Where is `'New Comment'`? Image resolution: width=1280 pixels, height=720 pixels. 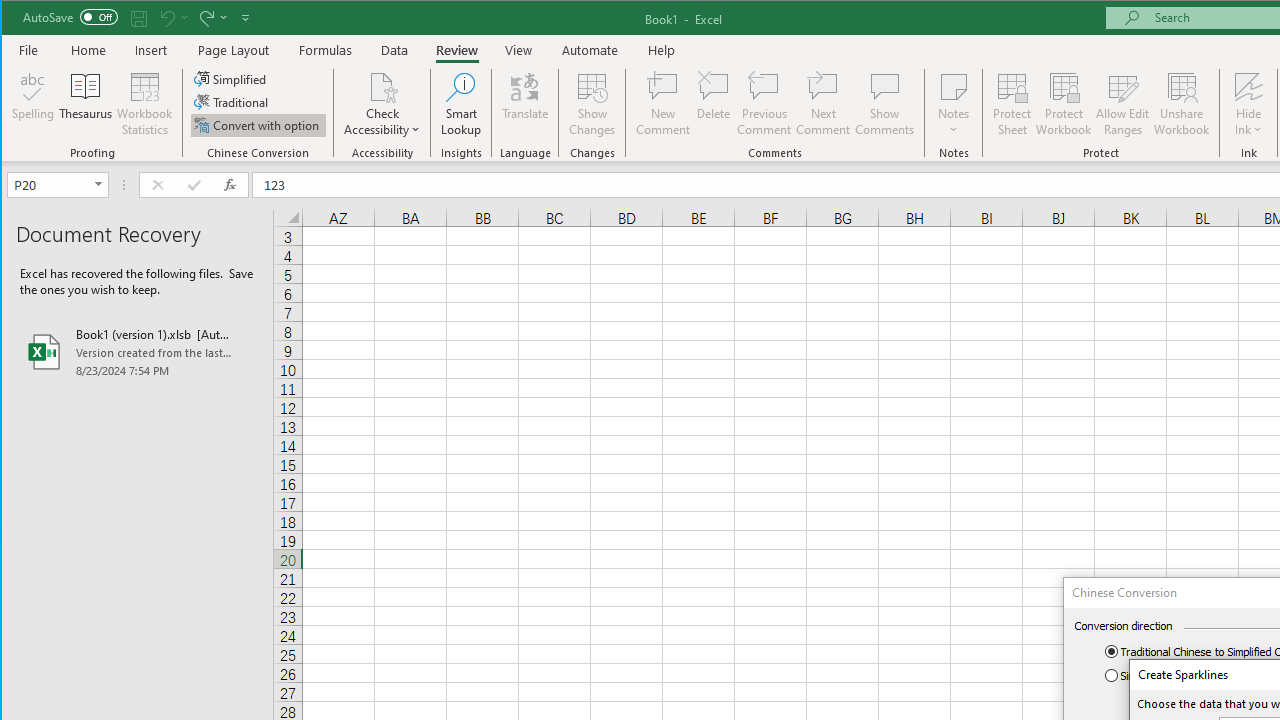
'New Comment' is located at coordinates (663, 104).